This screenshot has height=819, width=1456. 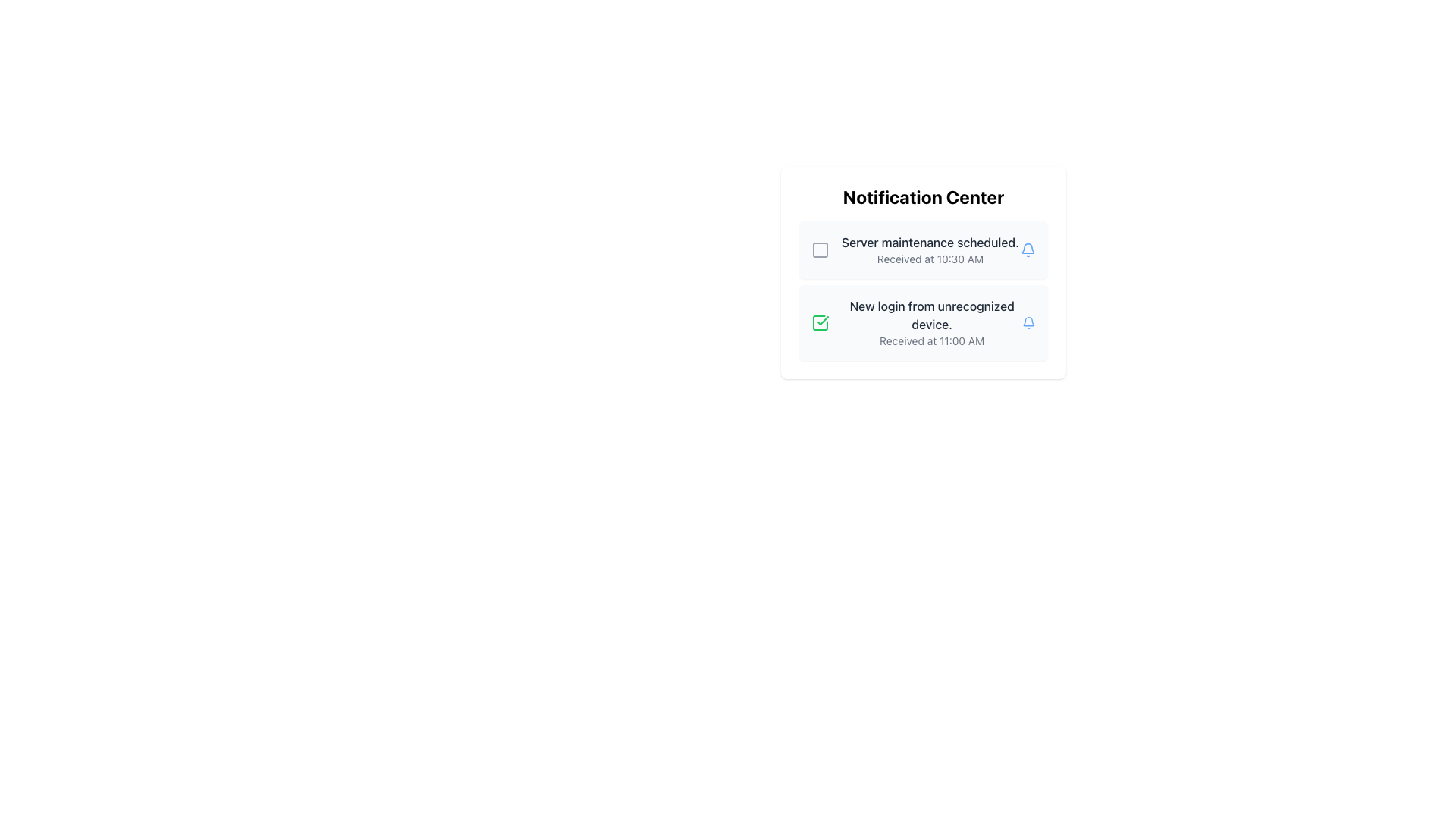 What do you see at coordinates (1029, 322) in the screenshot?
I see `the bell icon with a blue stroke and hollow interior, located in the second notification card next to the text 'New login from unrecognized device.'` at bounding box center [1029, 322].